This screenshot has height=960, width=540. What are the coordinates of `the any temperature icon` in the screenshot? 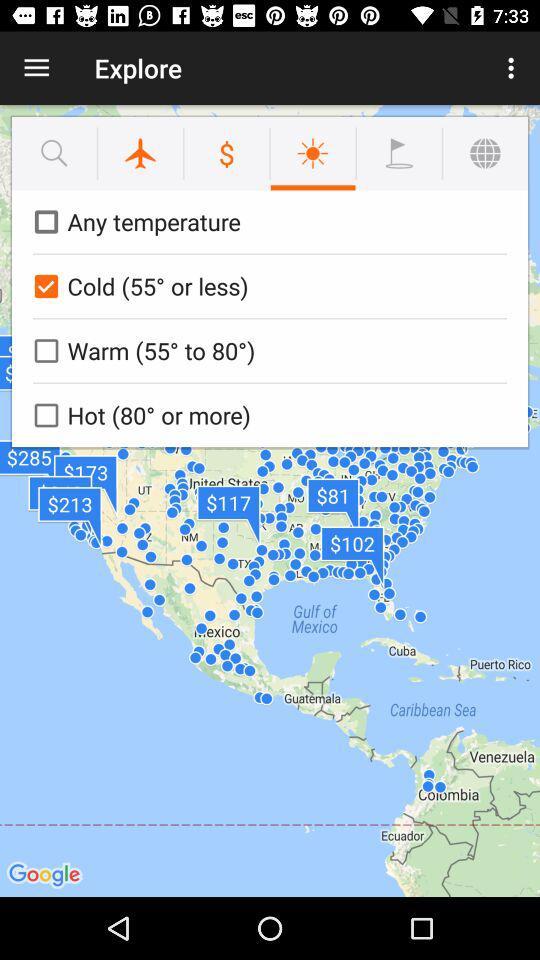 It's located at (266, 221).